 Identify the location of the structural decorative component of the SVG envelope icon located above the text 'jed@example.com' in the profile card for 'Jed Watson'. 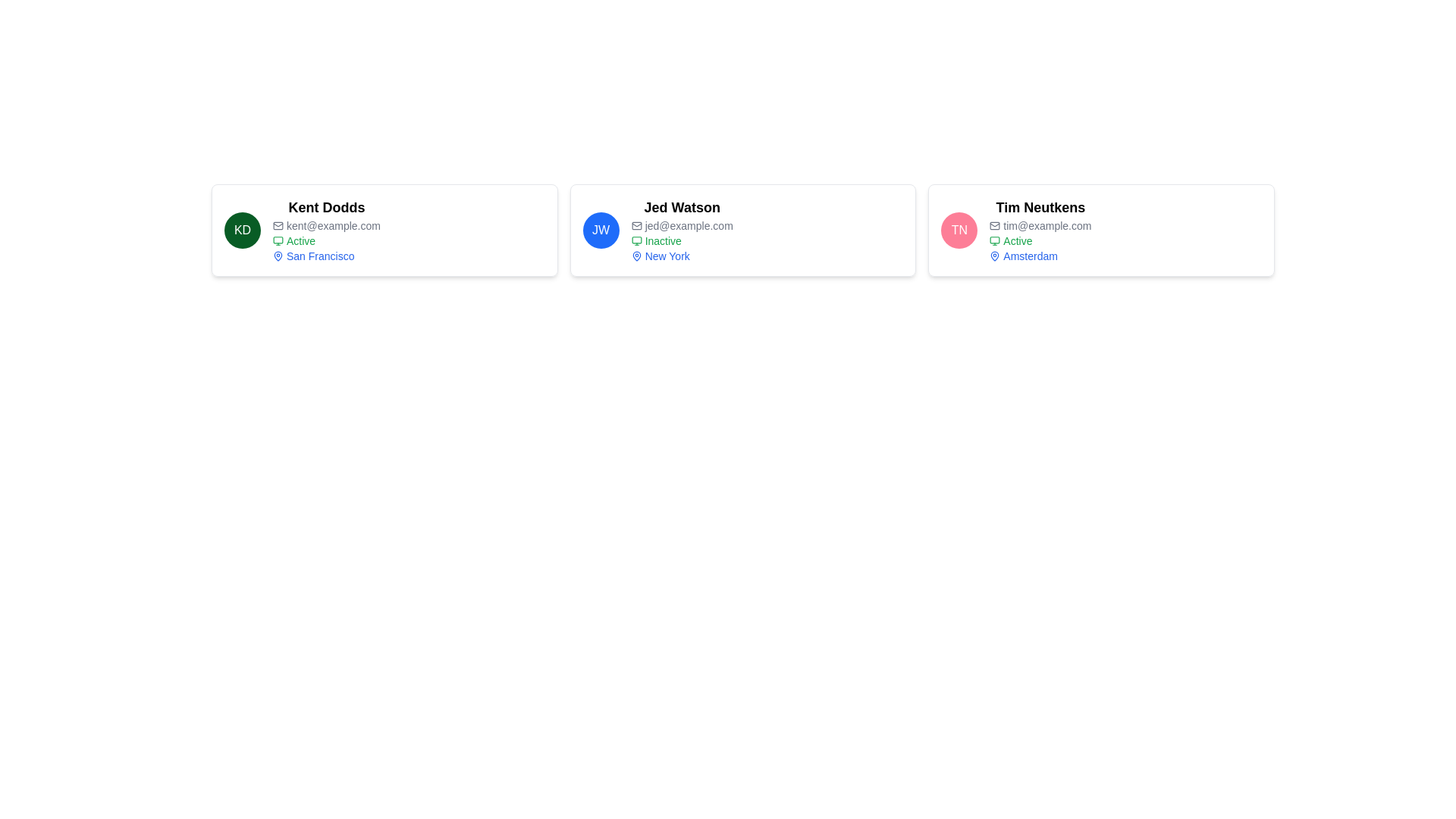
(636, 225).